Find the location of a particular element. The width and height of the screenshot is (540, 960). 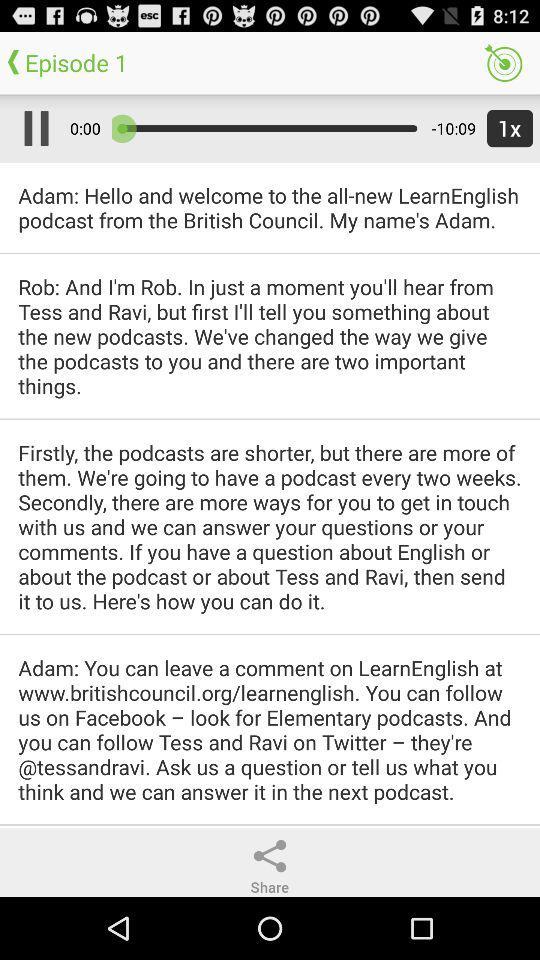

the firstly the podcasts item is located at coordinates (270, 525).